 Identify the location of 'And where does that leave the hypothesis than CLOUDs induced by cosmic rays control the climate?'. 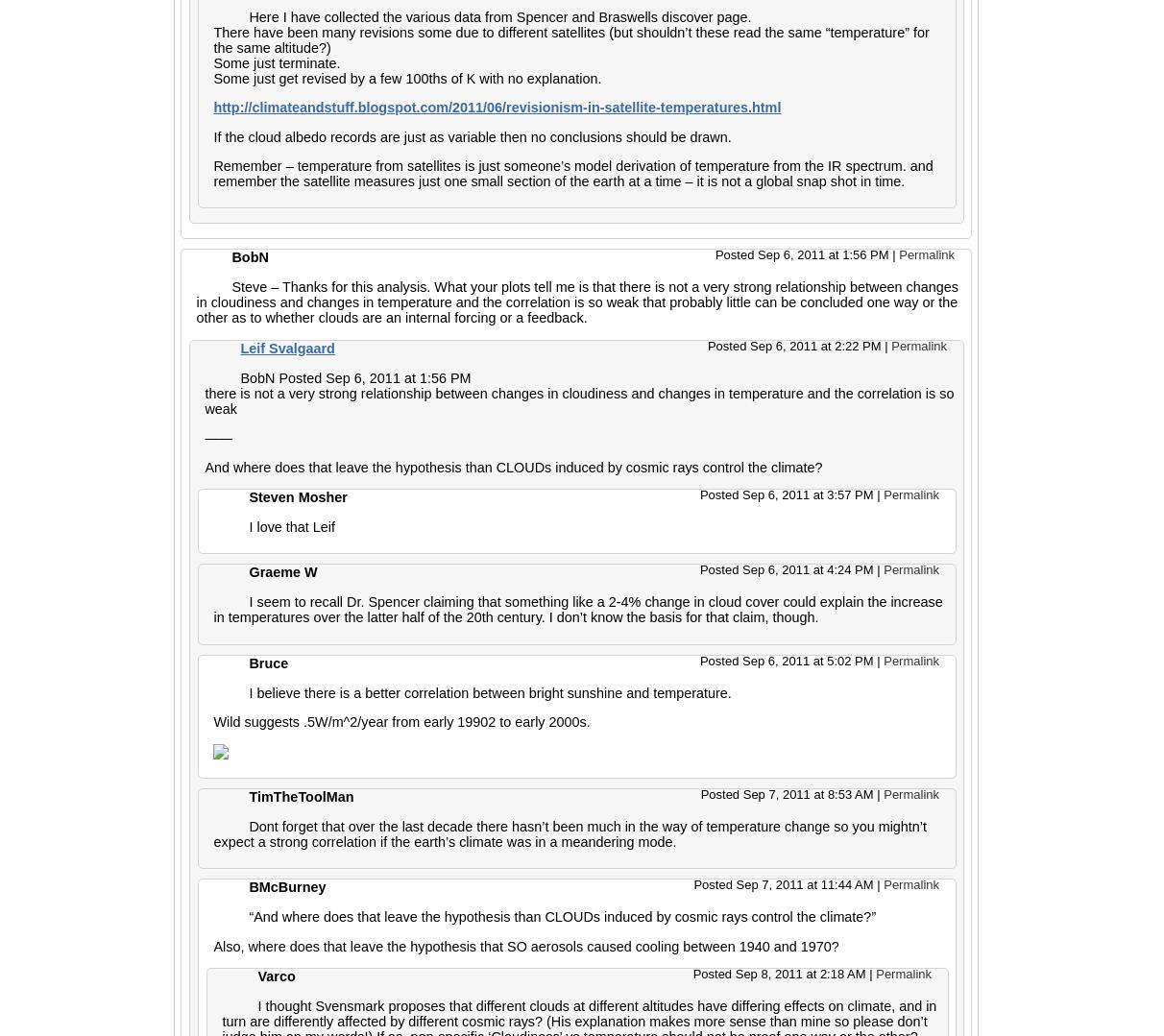
(513, 465).